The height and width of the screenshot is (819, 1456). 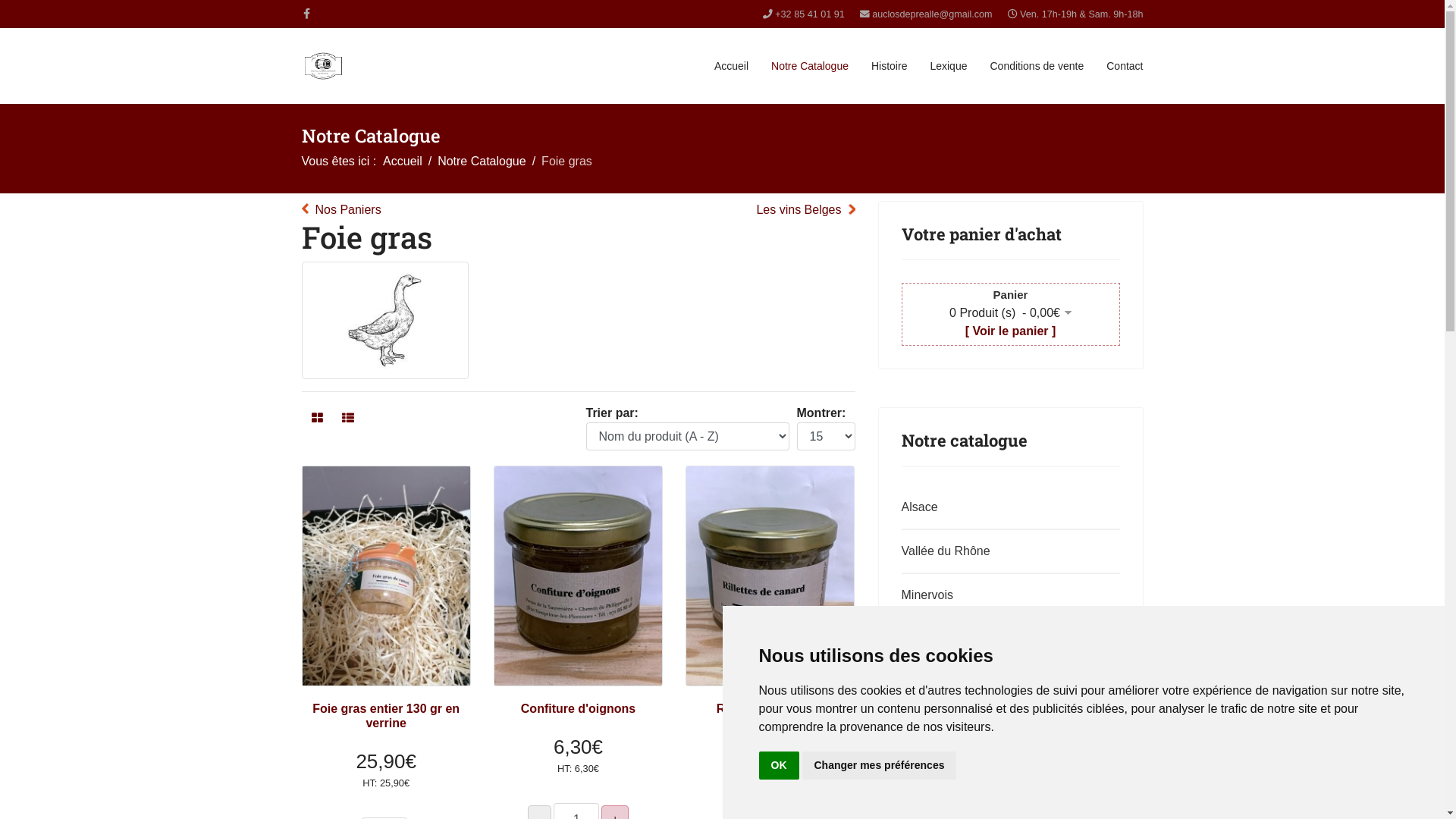 I want to click on 'Contact', so click(x=1125, y=65).